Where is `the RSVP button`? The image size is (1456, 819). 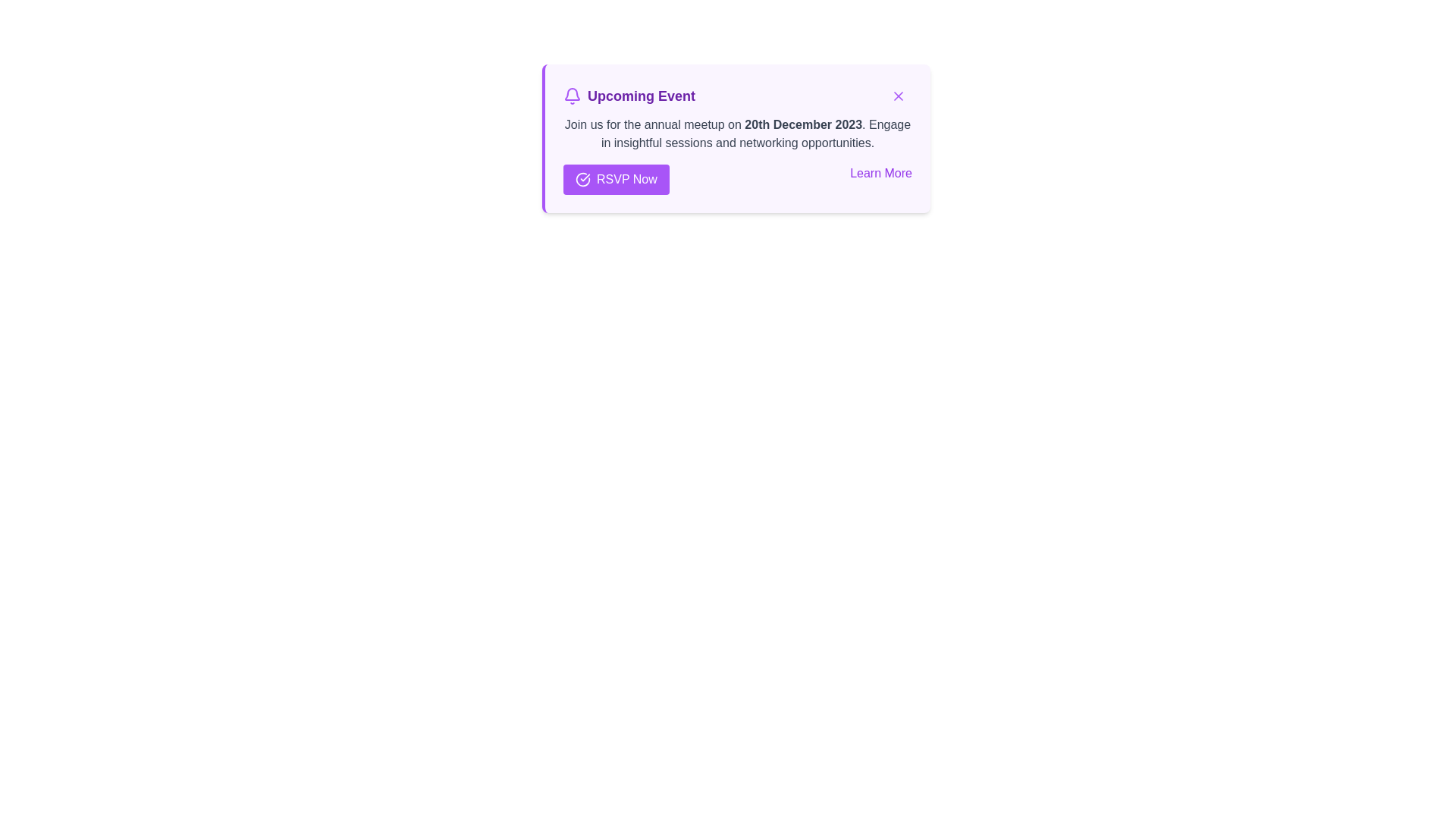 the RSVP button is located at coordinates (616, 178).